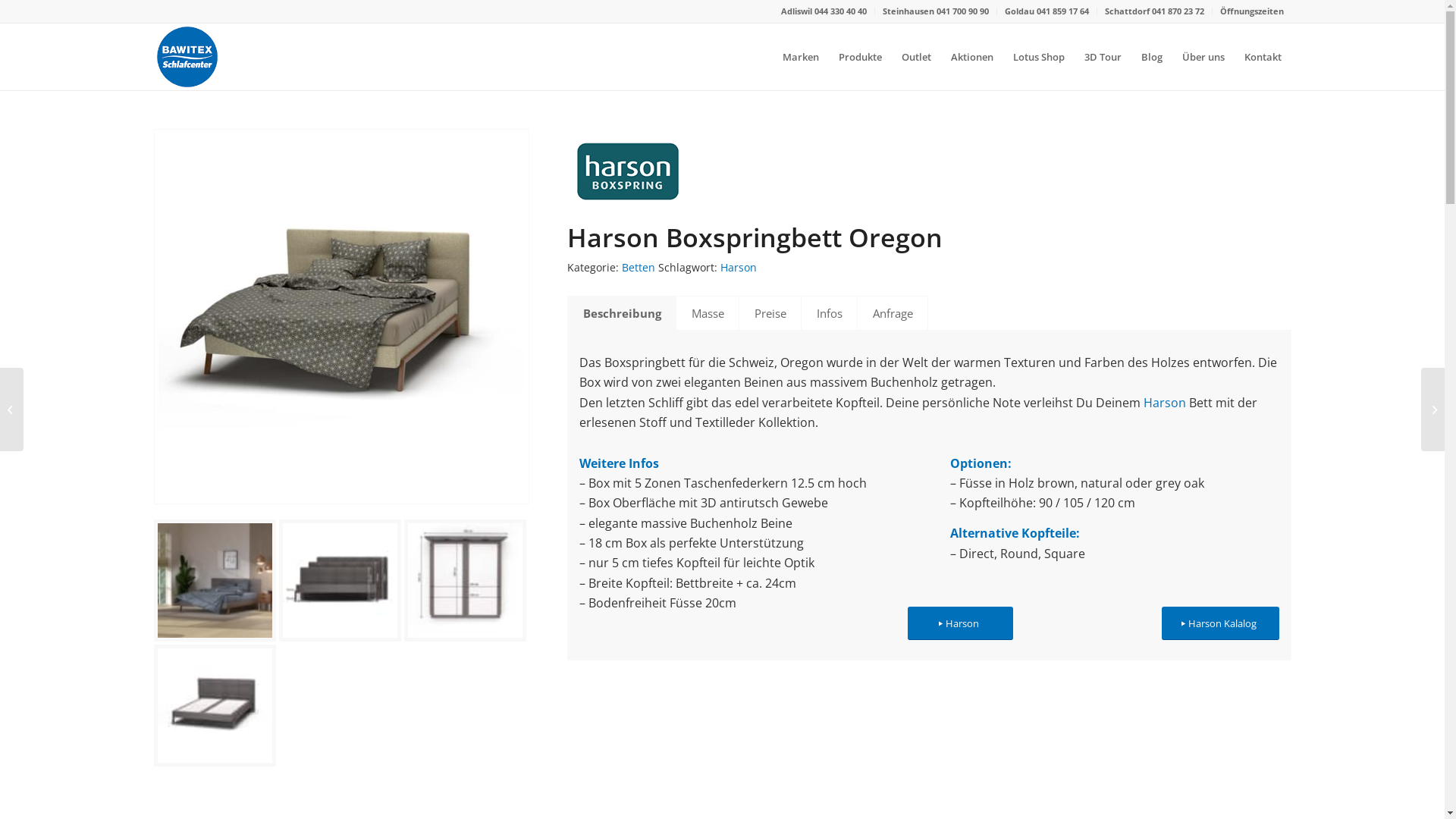  I want to click on '3D Tour', so click(1102, 55).